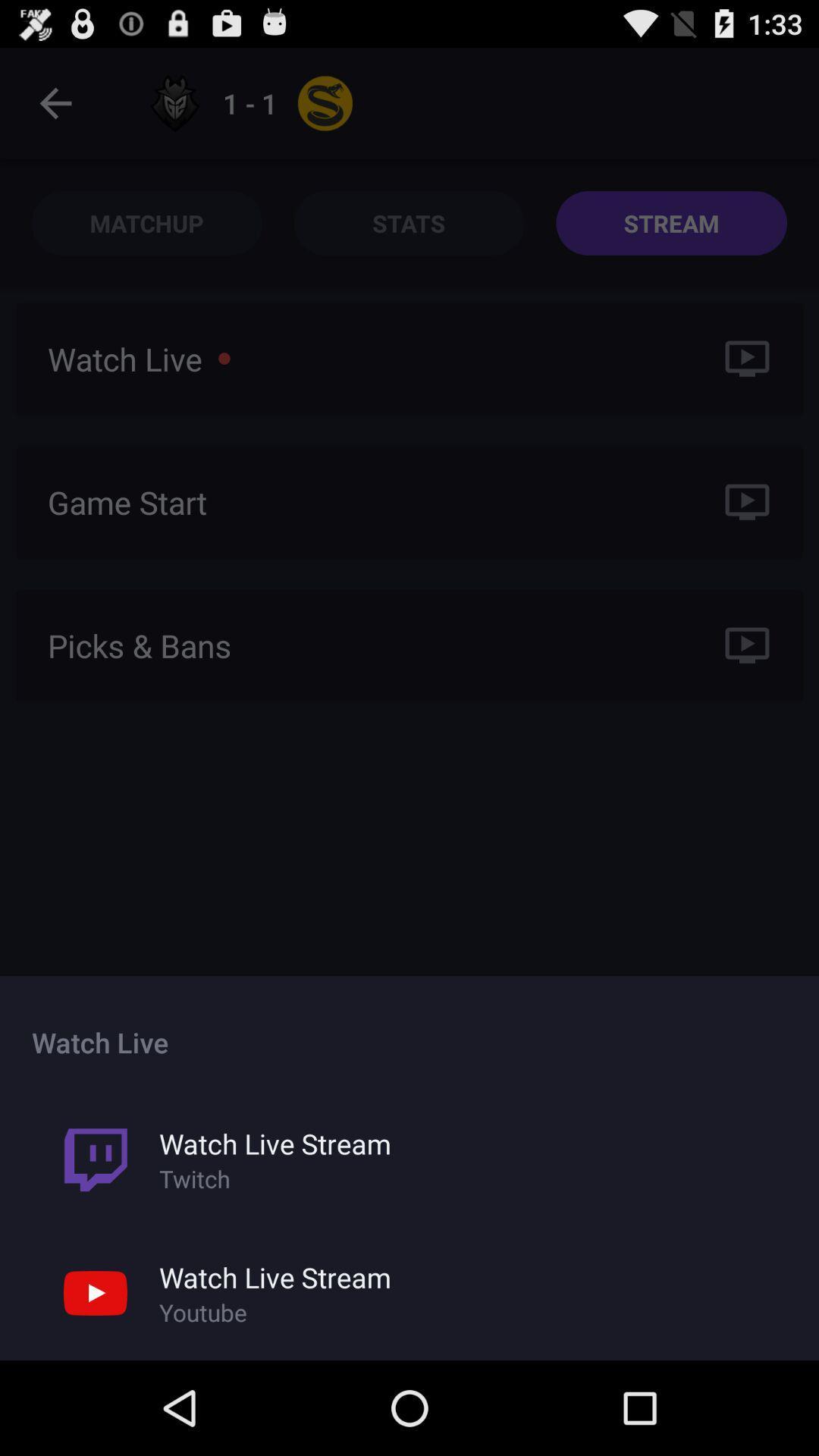 Image resolution: width=819 pixels, height=1456 pixels. What do you see at coordinates (409, 703) in the screenshot?
I see `the icon at the center` at bounding box center [409, 703].